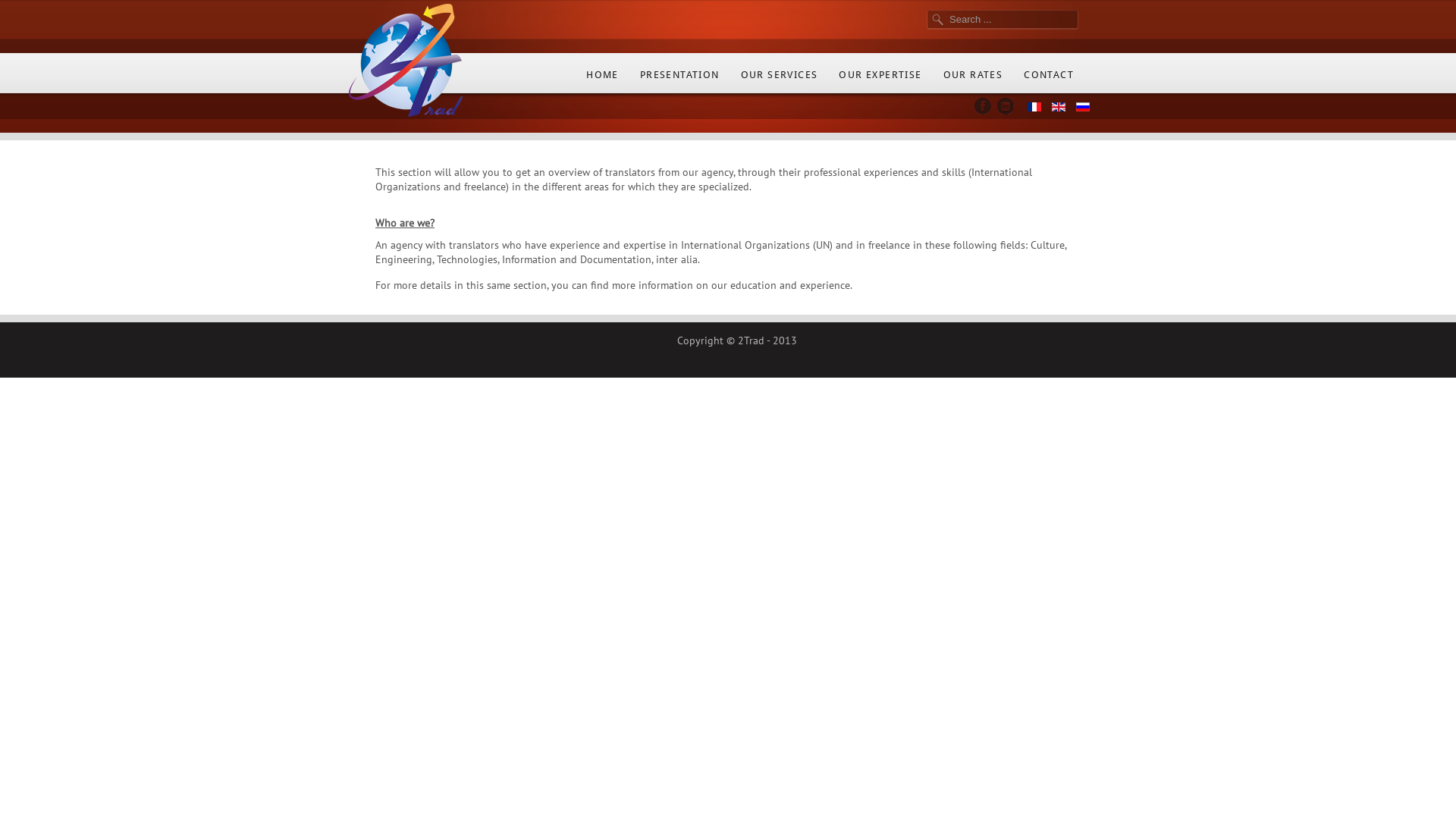  I want to click on 'OUR EXPERTISE', so click(829, 79).